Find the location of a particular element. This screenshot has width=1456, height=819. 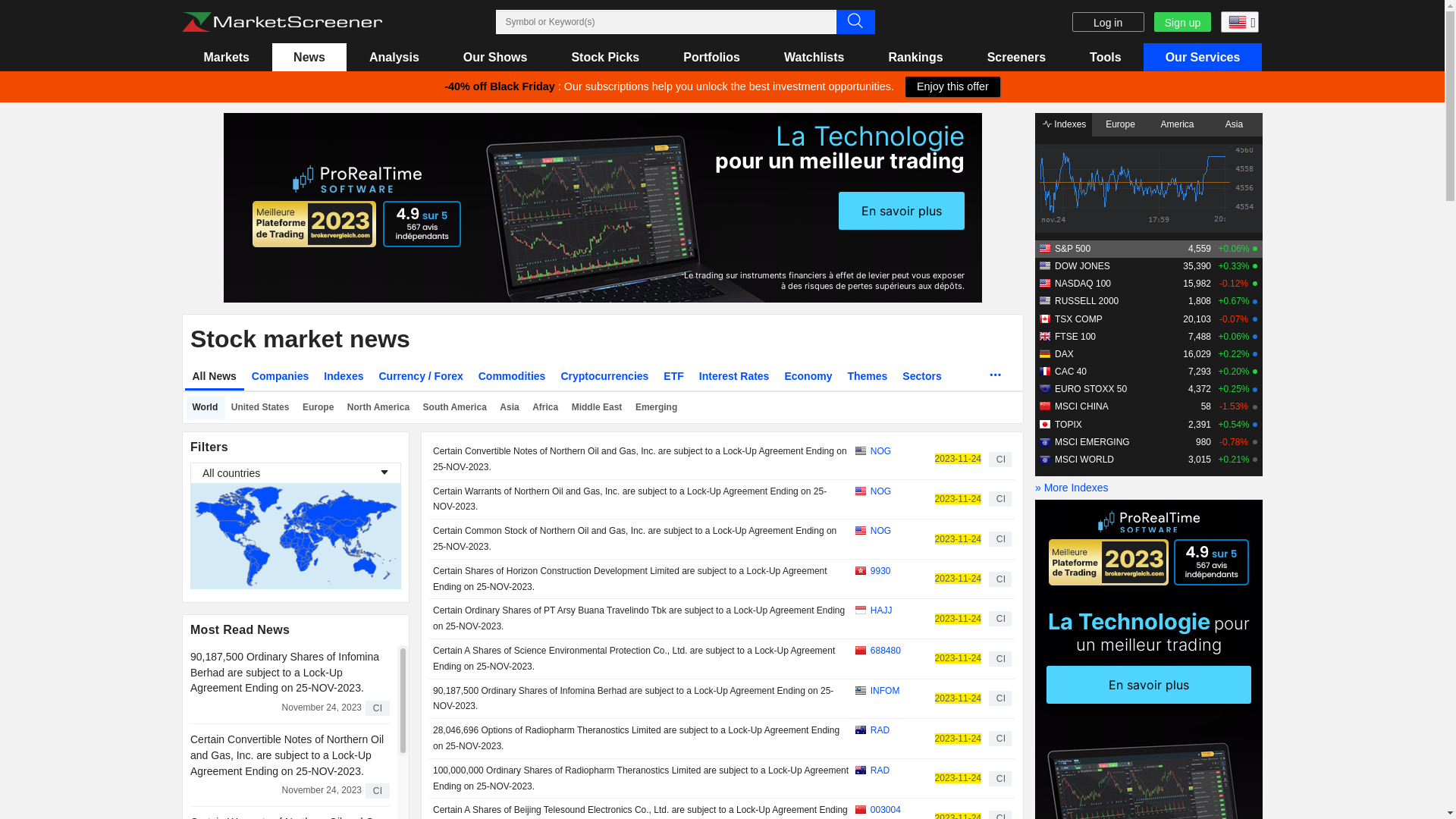

'Themes' is located at coordinates (867, 375).